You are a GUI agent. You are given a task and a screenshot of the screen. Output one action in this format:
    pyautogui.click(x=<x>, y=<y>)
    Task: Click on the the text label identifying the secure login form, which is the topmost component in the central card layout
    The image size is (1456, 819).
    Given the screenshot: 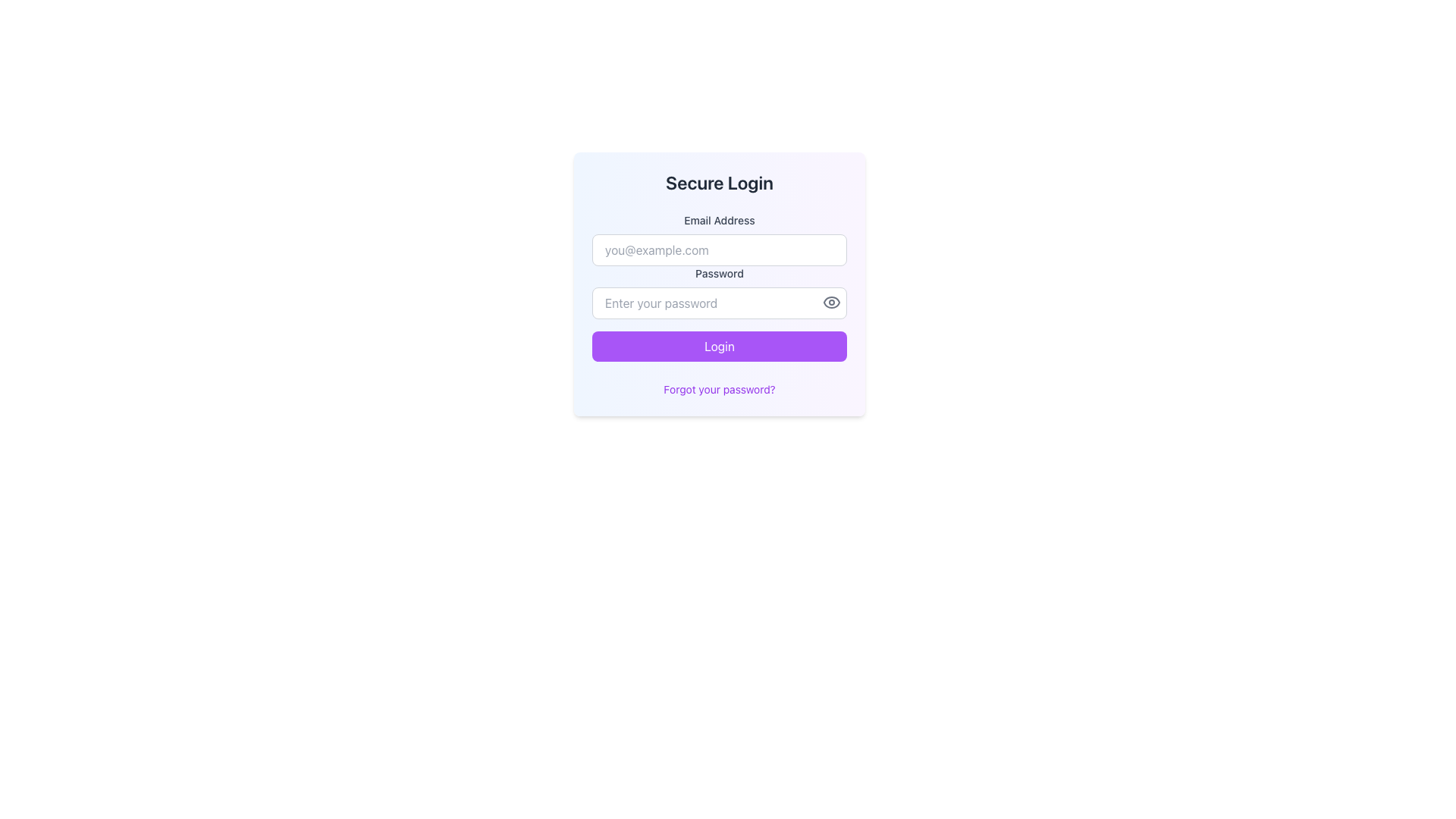 What is the action you would take?
    pyautogui.click(x=719, y=181)
    